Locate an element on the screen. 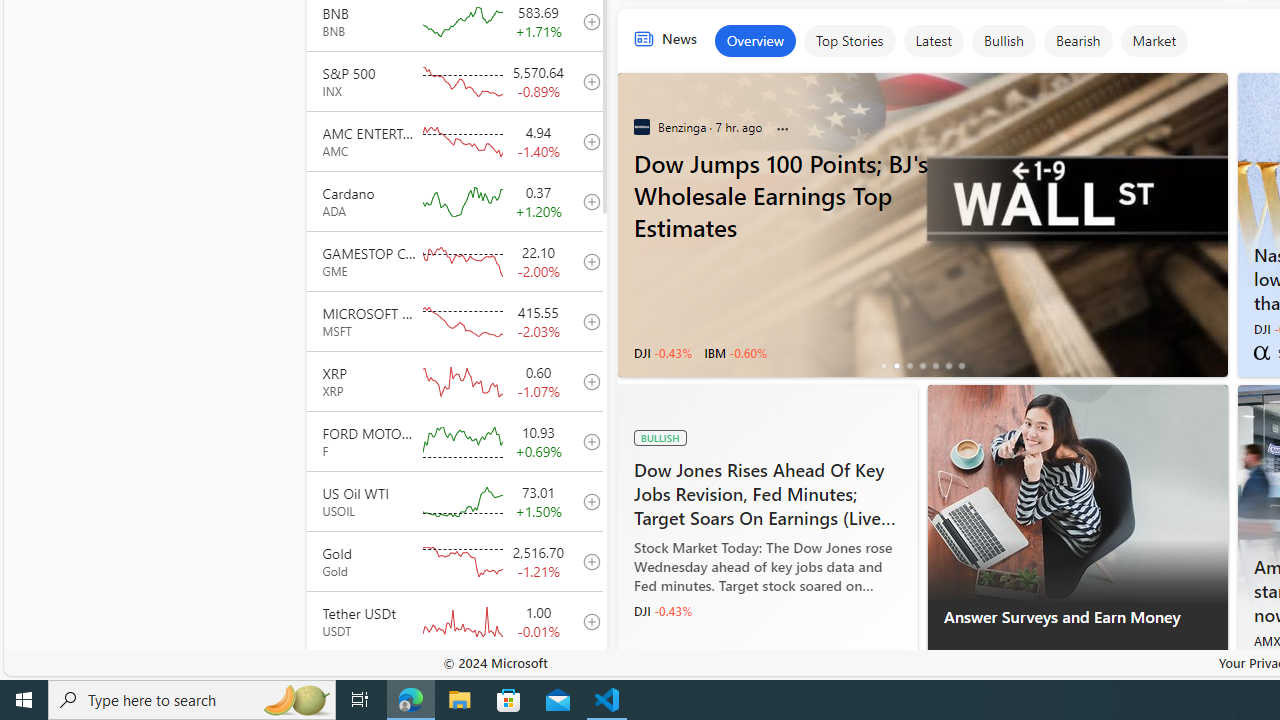 This screenshot has width=1280, height=720. 'Market' is located at coordinates (1153, 41).